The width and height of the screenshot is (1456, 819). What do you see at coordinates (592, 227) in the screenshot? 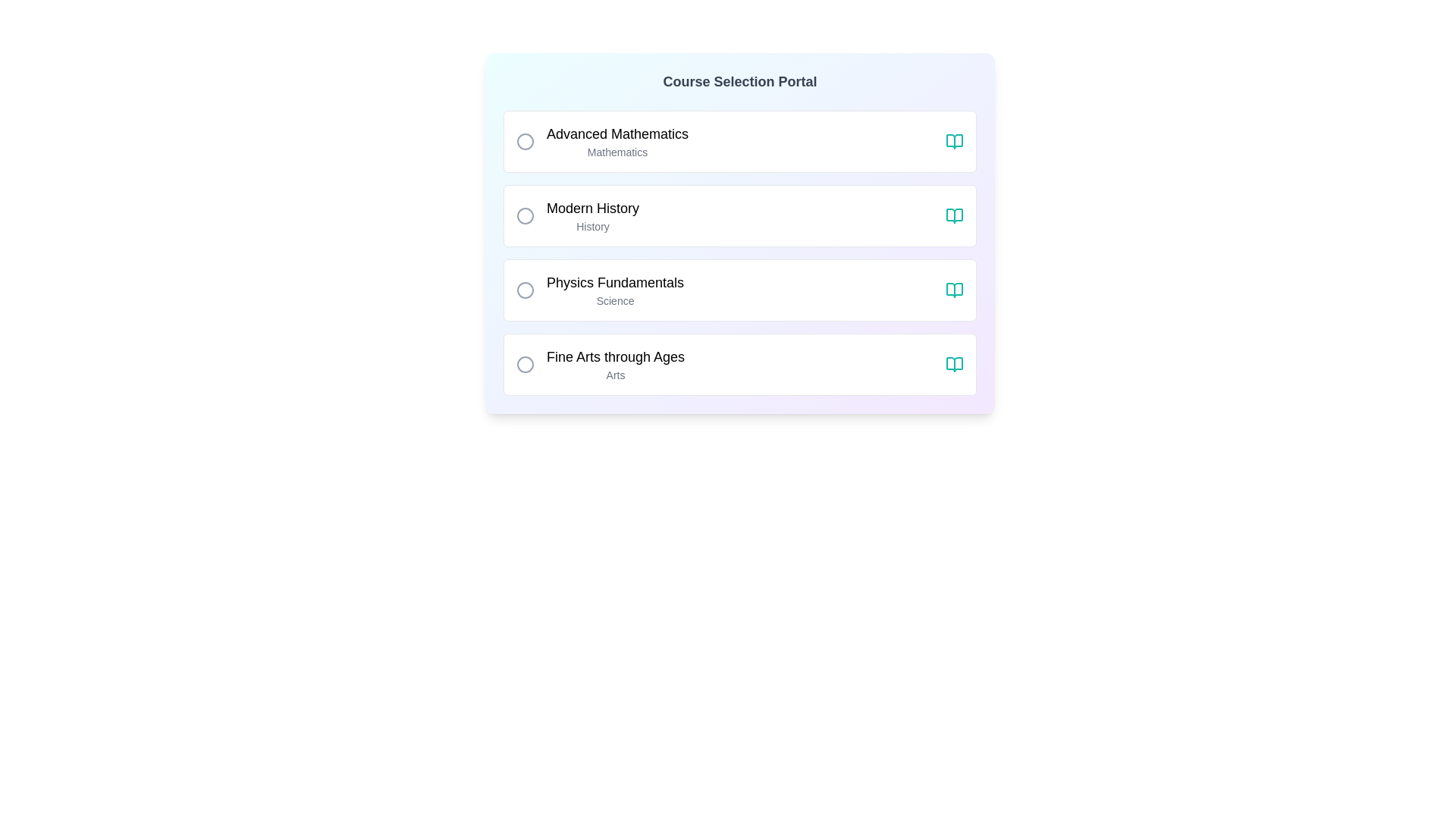
I see `the static text label displaying 'History' located below the title 'Modern History' in the course selection list` at bounding box center [592, 227].